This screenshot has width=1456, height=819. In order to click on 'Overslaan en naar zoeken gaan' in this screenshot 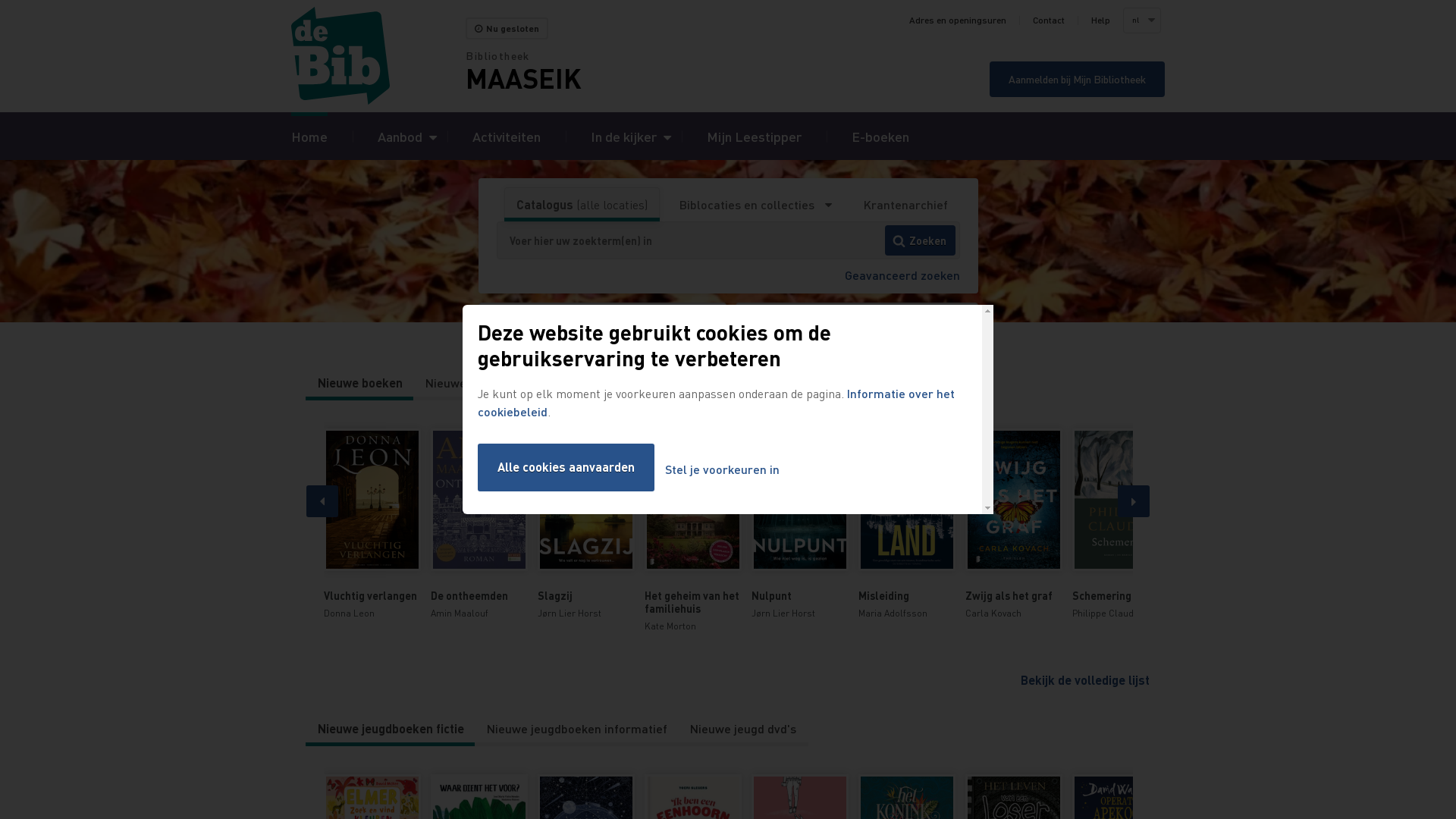, I will do `click(0, 0)`.